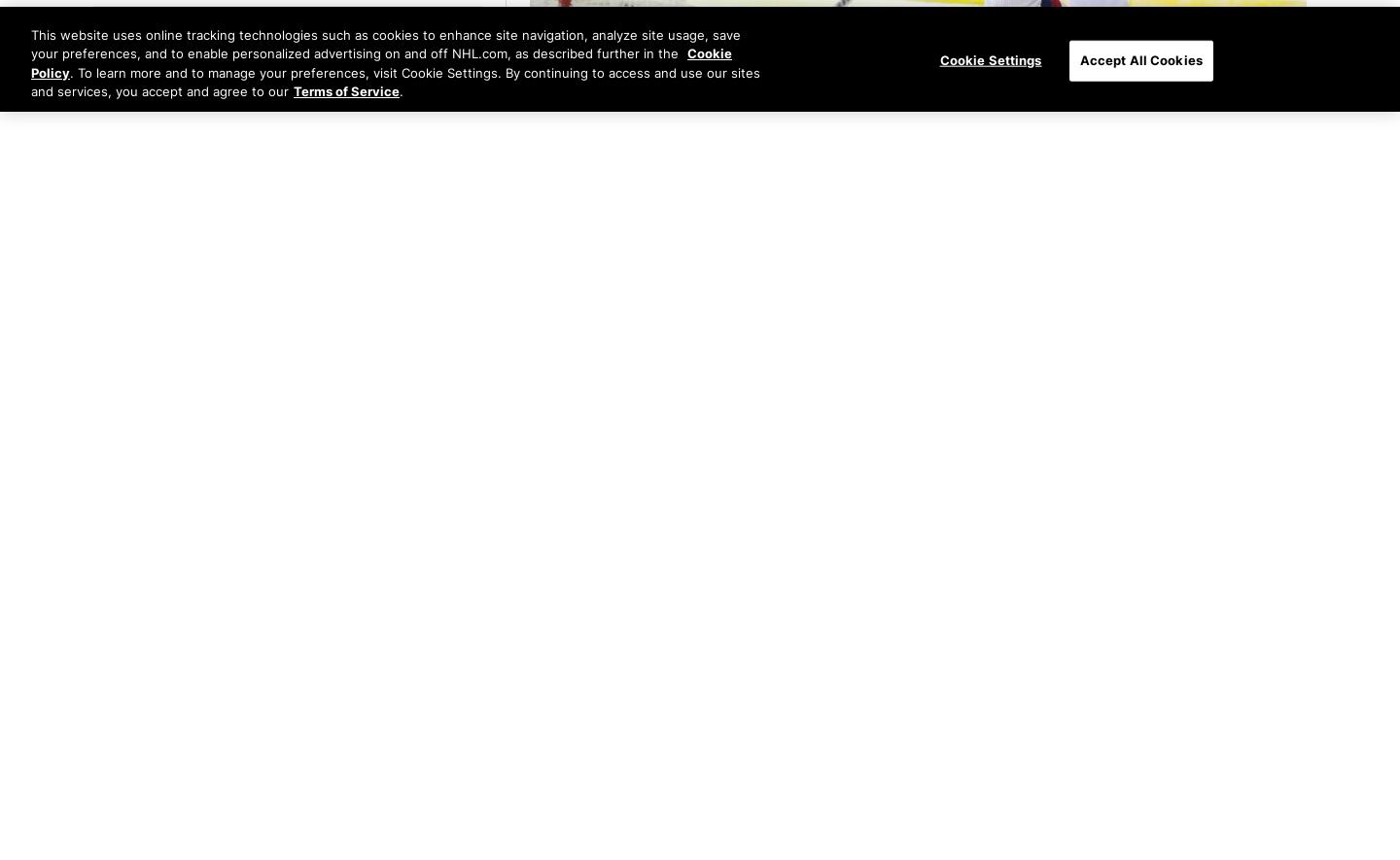 The height and width of the screenshot is (860, 1400). What do you see at coordinates (918, 710) in the screenshot?
I see `'The Magnitogorsk, Russia, native has represented his country in several tournaments. Bereglazov tallied two assists and posted a plus-one rating in seven games while helping Russia earn a bronze medal at the 2014 IIHF World Junior Championship, and he was teammates with current Ranger'` at bounding box center [918, 710].